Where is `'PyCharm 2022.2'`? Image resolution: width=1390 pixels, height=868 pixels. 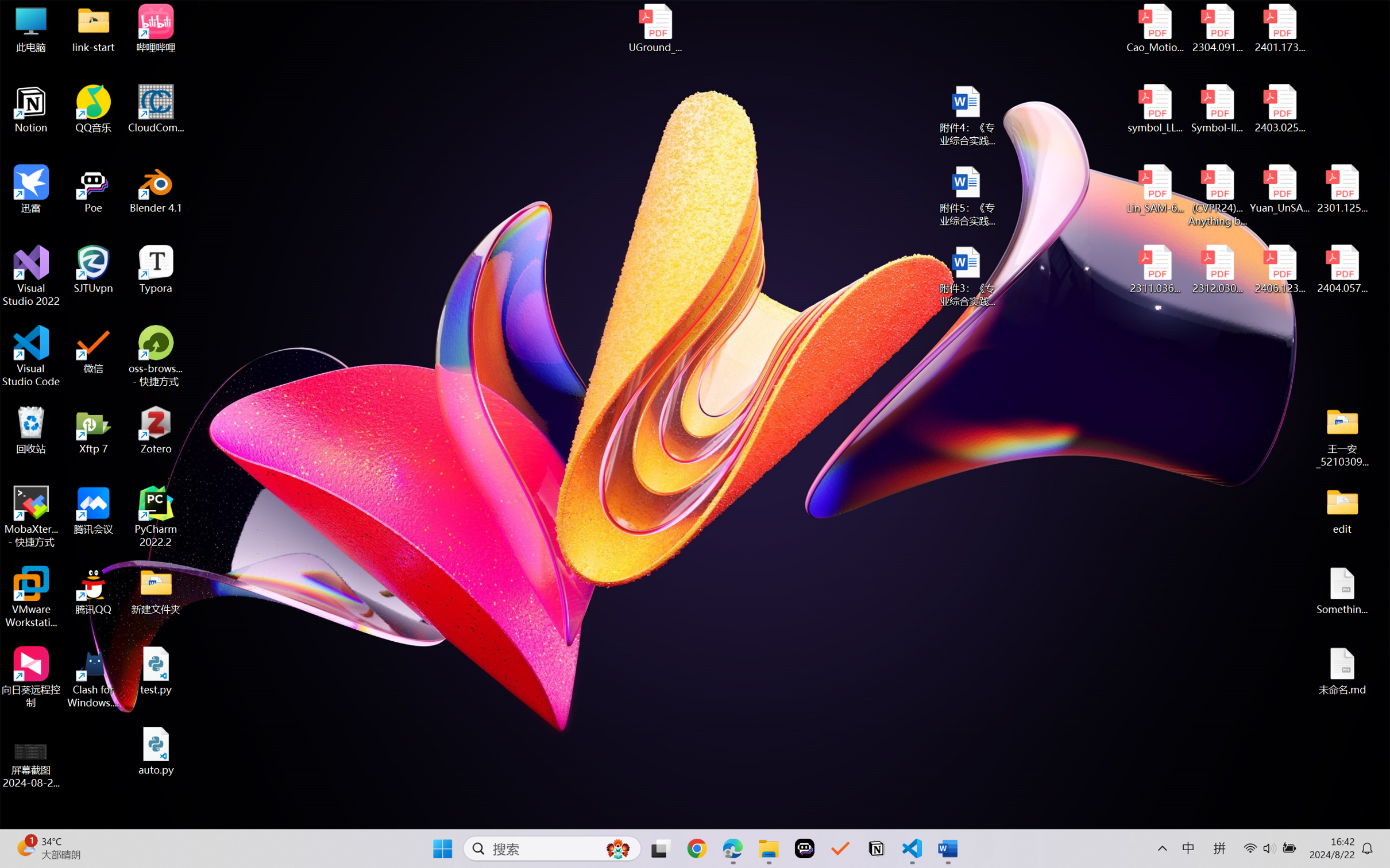
'PyCharm 2022.2' is located at coordinates (156, 517).